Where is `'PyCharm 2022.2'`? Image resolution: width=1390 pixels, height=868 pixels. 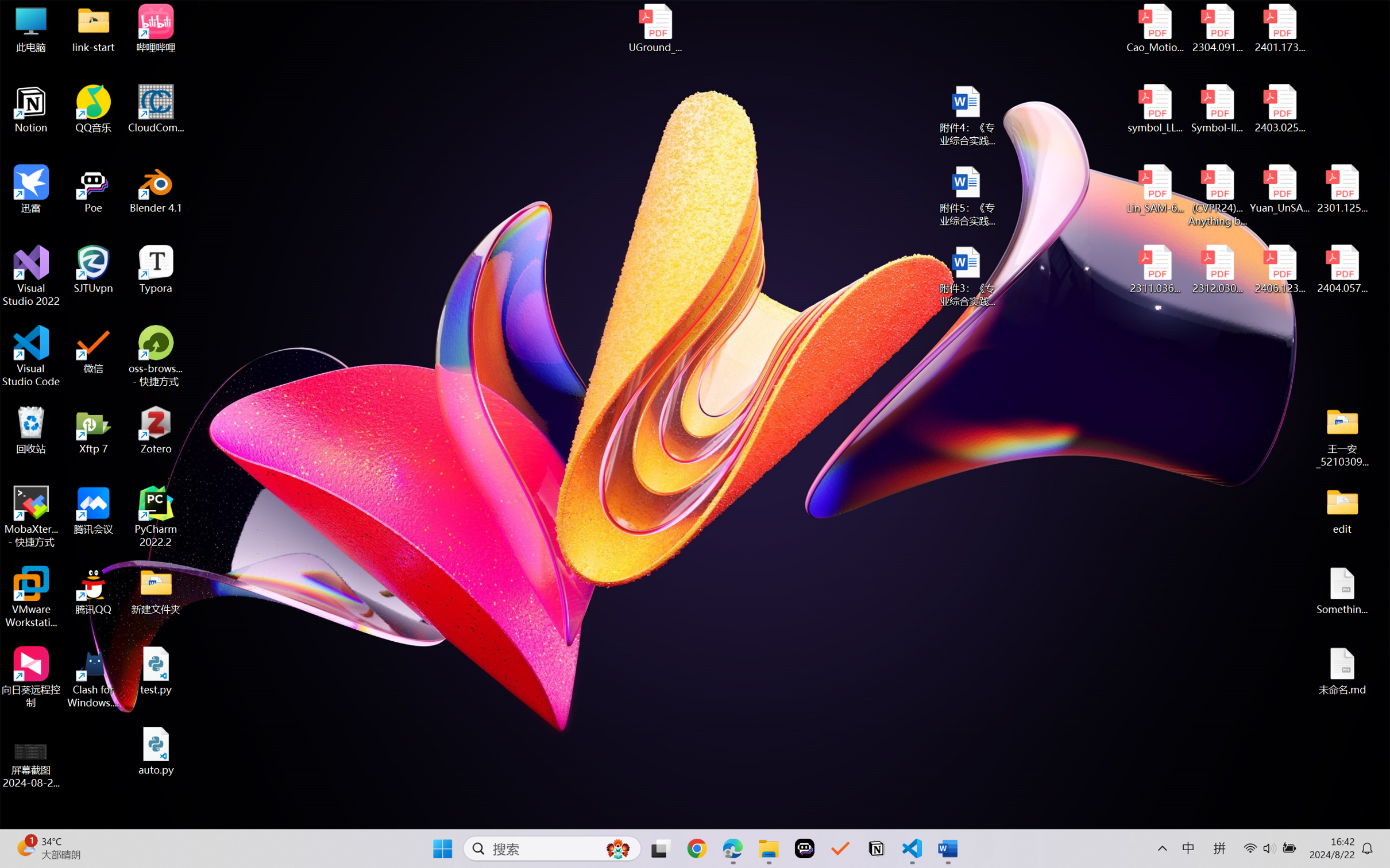
'PyCharm 2022.2' is located at coordinates (156, 517).